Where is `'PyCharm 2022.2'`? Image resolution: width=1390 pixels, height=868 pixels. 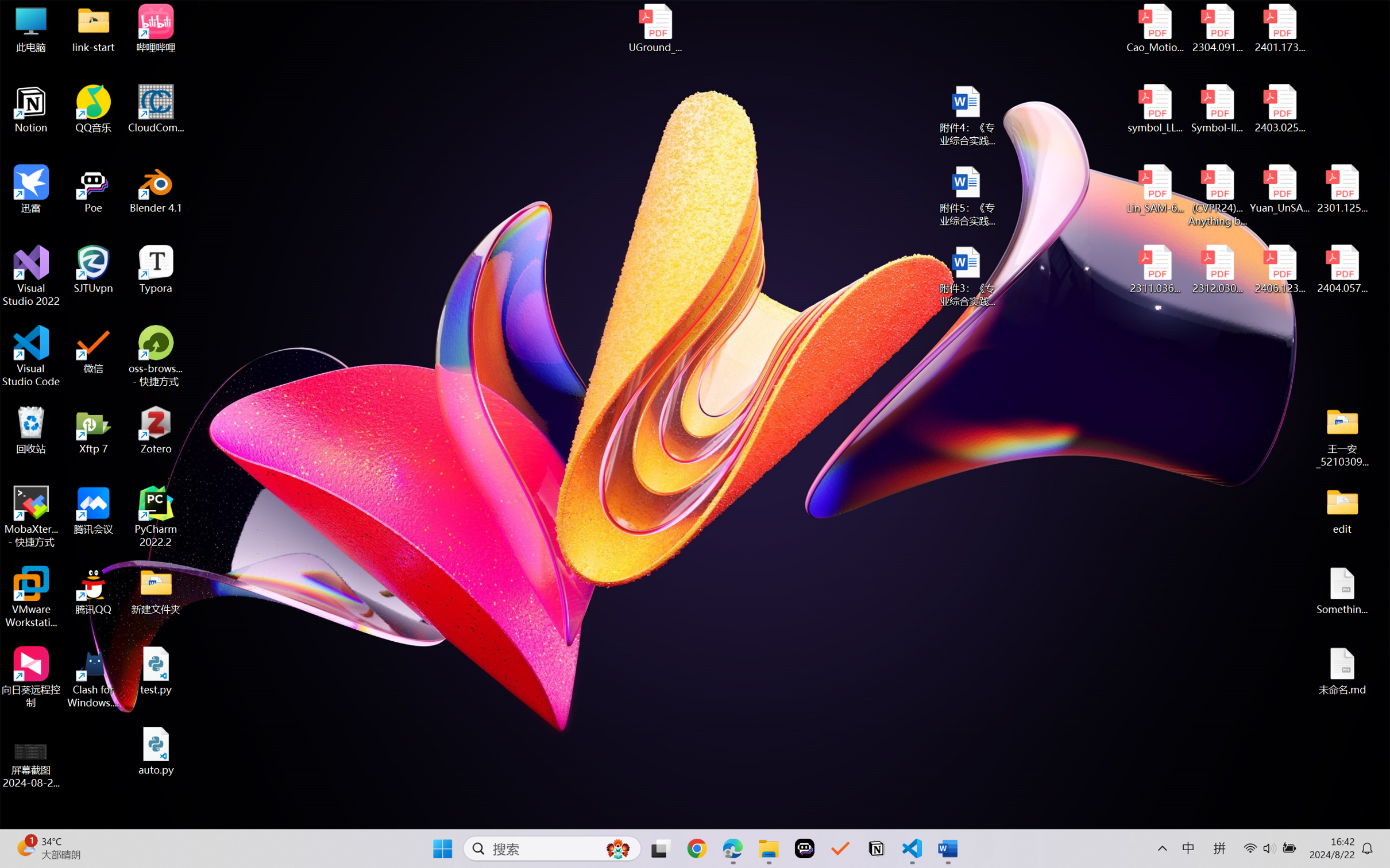
'PyCharm 2022.2' is located at coordinates (156, 517).